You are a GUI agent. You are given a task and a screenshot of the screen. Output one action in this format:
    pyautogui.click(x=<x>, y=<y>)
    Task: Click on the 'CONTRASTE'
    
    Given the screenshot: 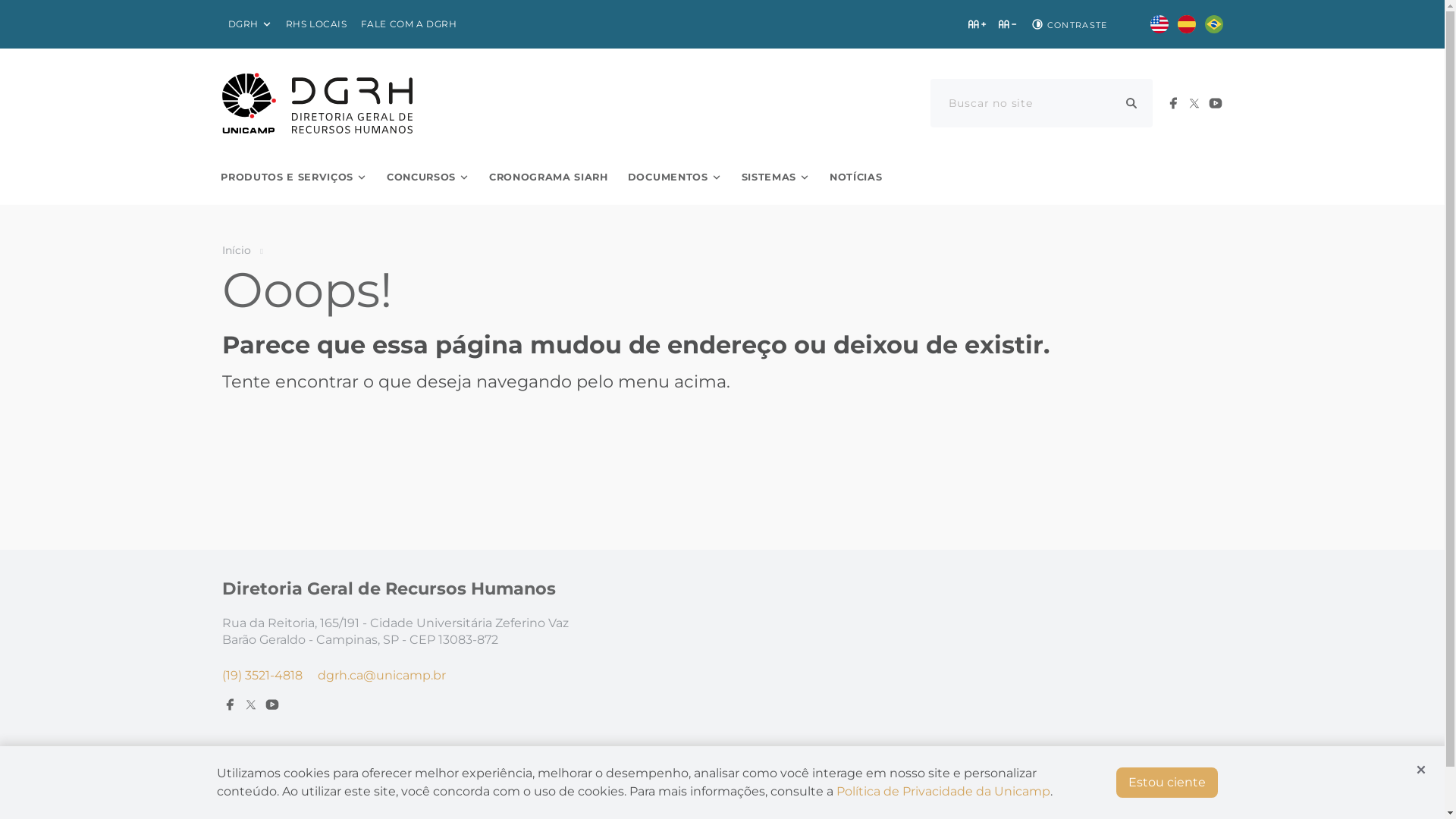 What is the action you would take?
    pyautogui.click(x=1067, y=24)
    